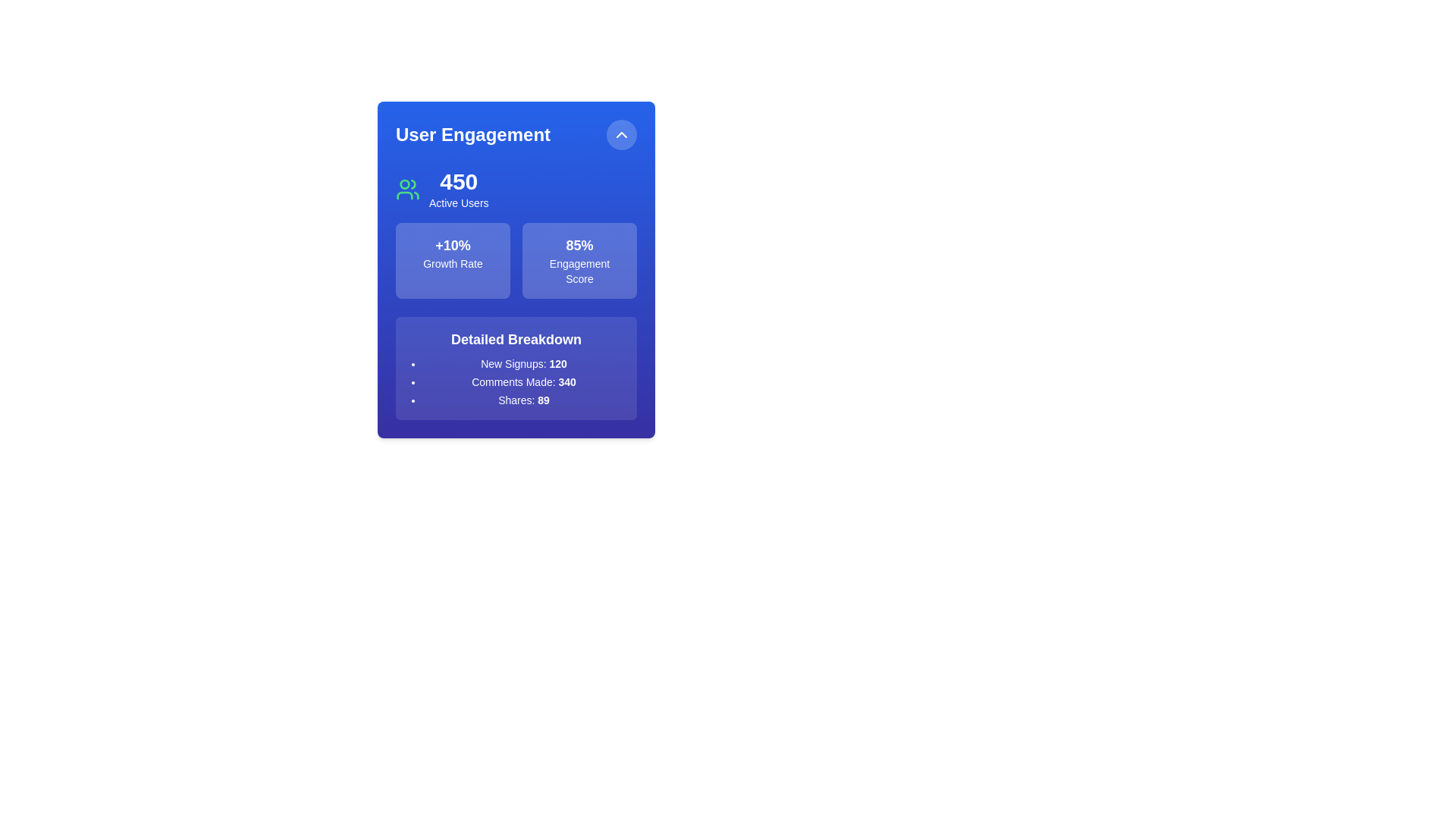 Image resolution: width=1456 pixels, height=819 pixels. What do you see at coordinates (404, 184) in the screenshot?
I see `the circle graphic detail within the icon that represents active users, located near the text 'Active Users'` at bounding box center [404, 184].